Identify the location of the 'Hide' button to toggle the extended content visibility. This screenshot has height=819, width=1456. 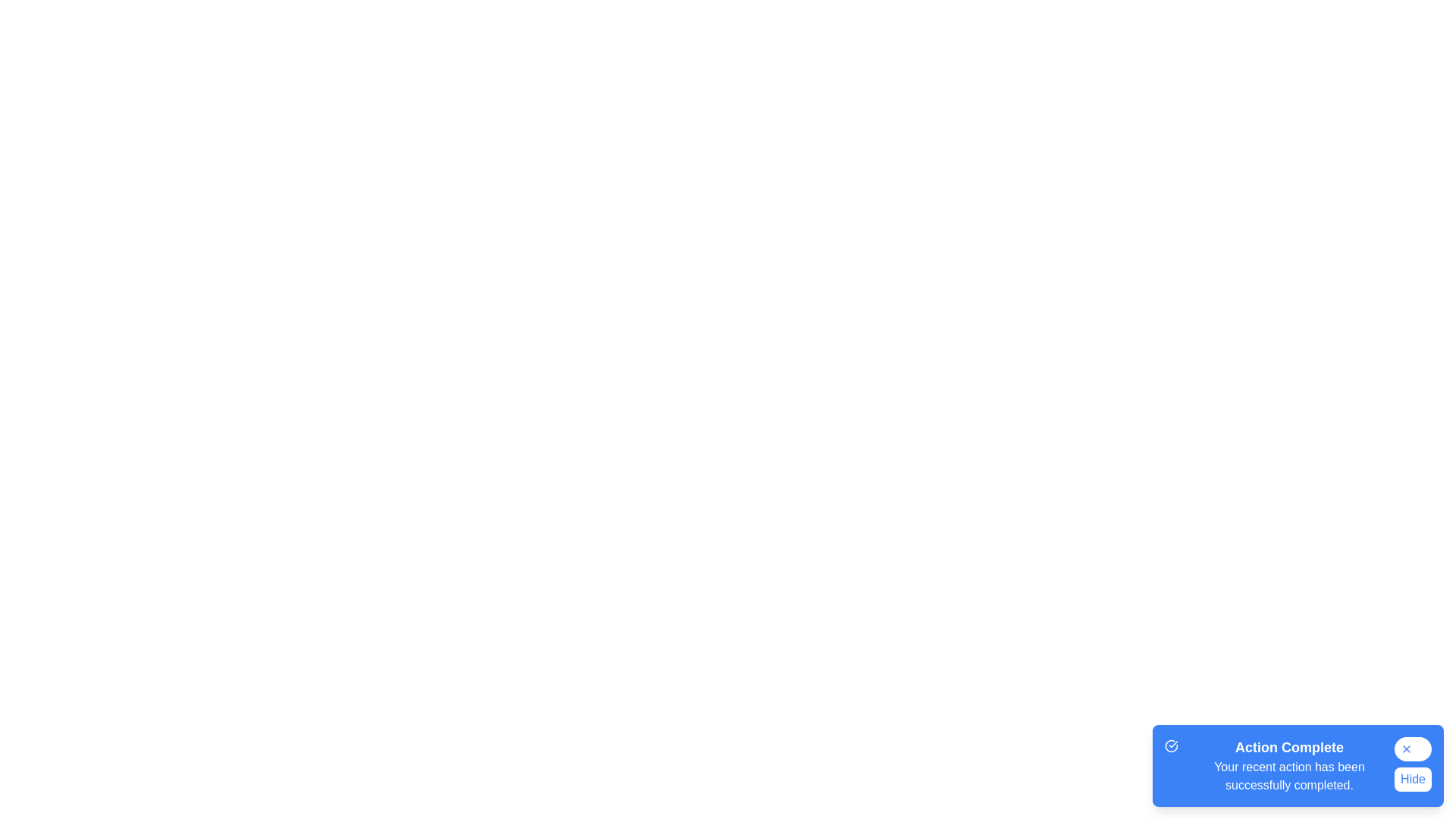
(1411, 780).